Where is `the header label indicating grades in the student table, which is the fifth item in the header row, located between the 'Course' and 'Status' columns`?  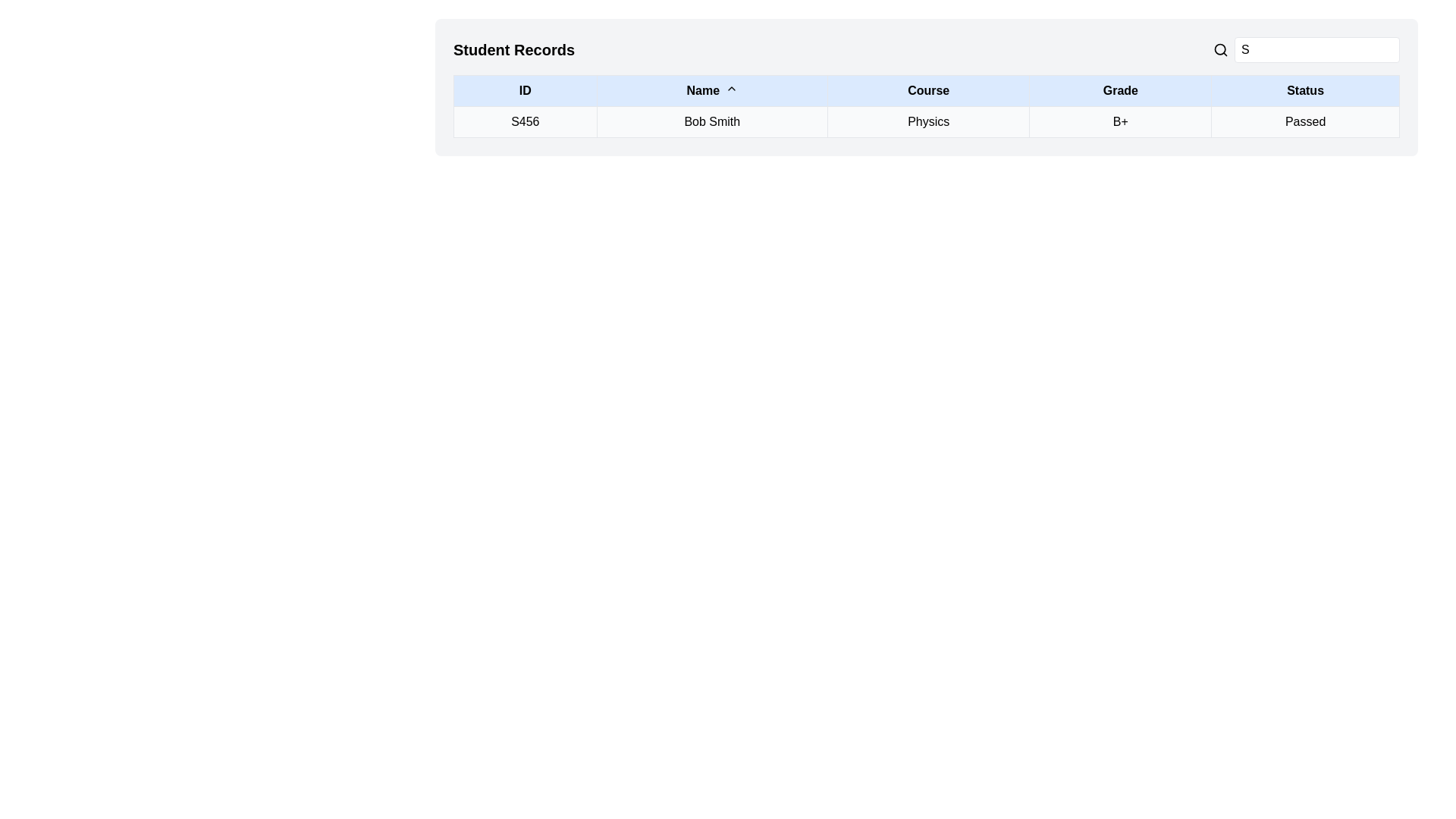 the header label indicating grades in the student table, which is the fifth item in the header row, located between the 'Course' and 'Status' columns is located at coordinates (1120, 90).